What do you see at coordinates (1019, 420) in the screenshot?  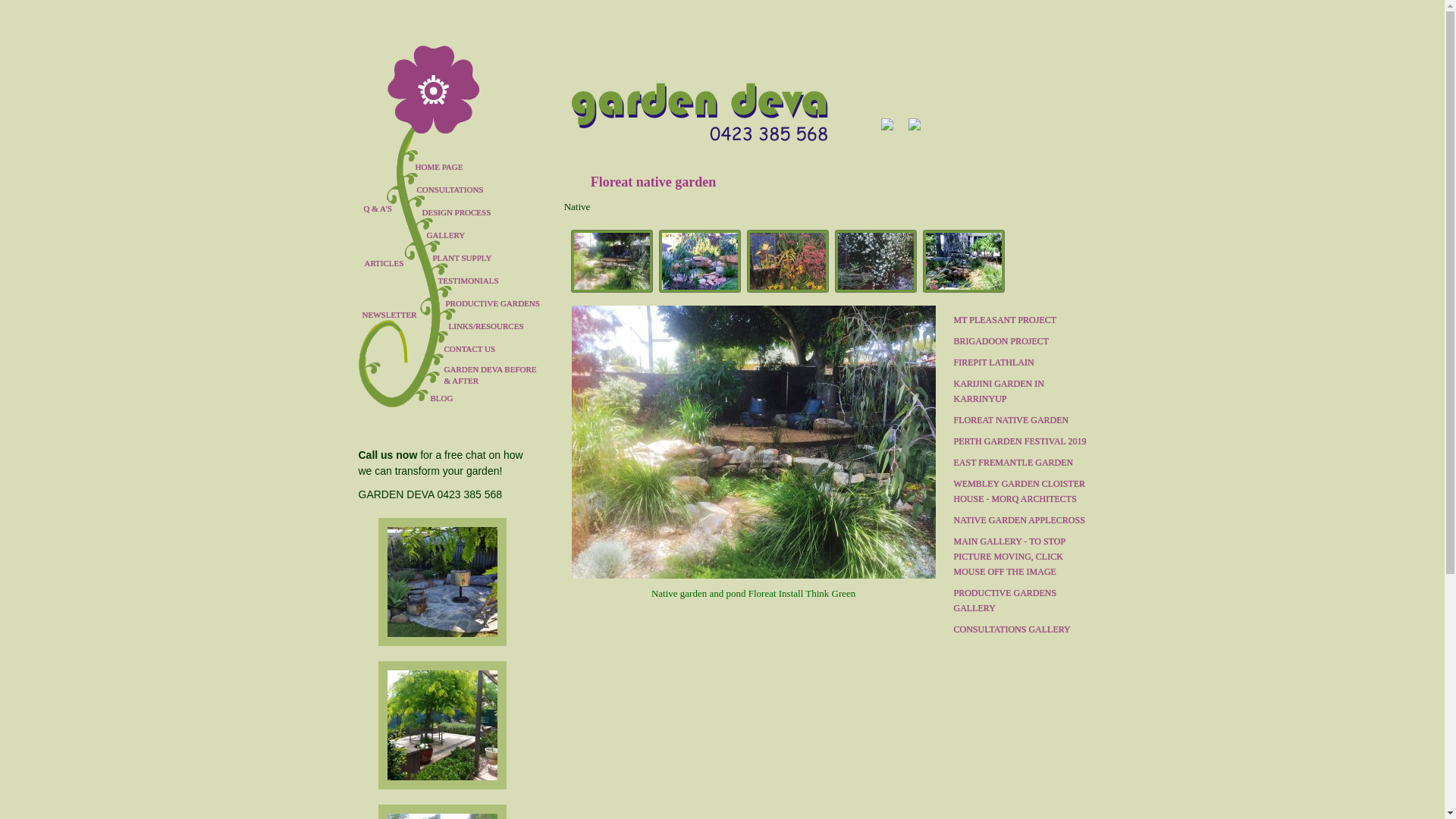 I see `'FLOREAT NATIVE GARDEN'` at bounding box center [1019, 420].